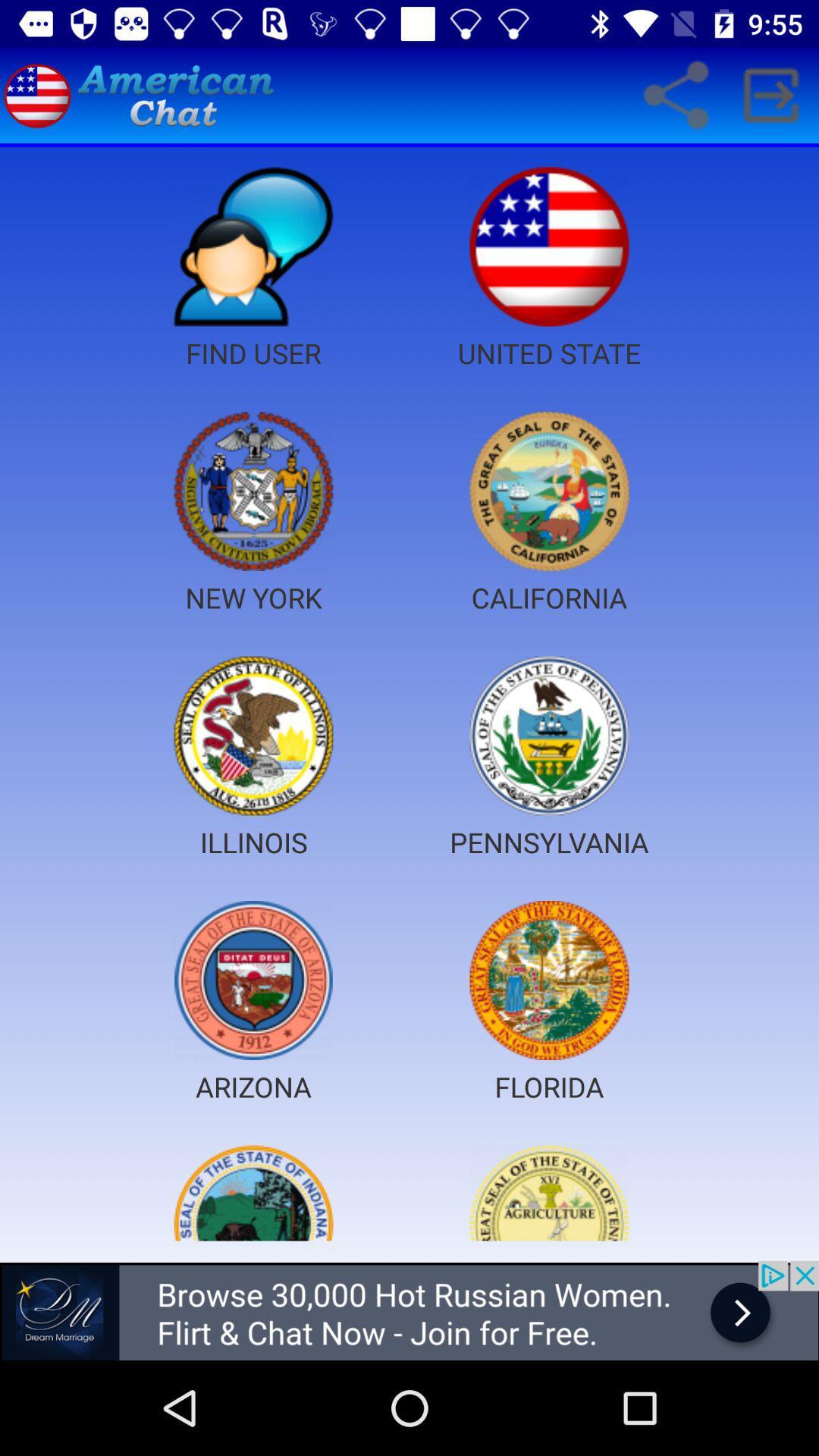 The image size is (819, 1456). I want to click on share, so click(675, 94).